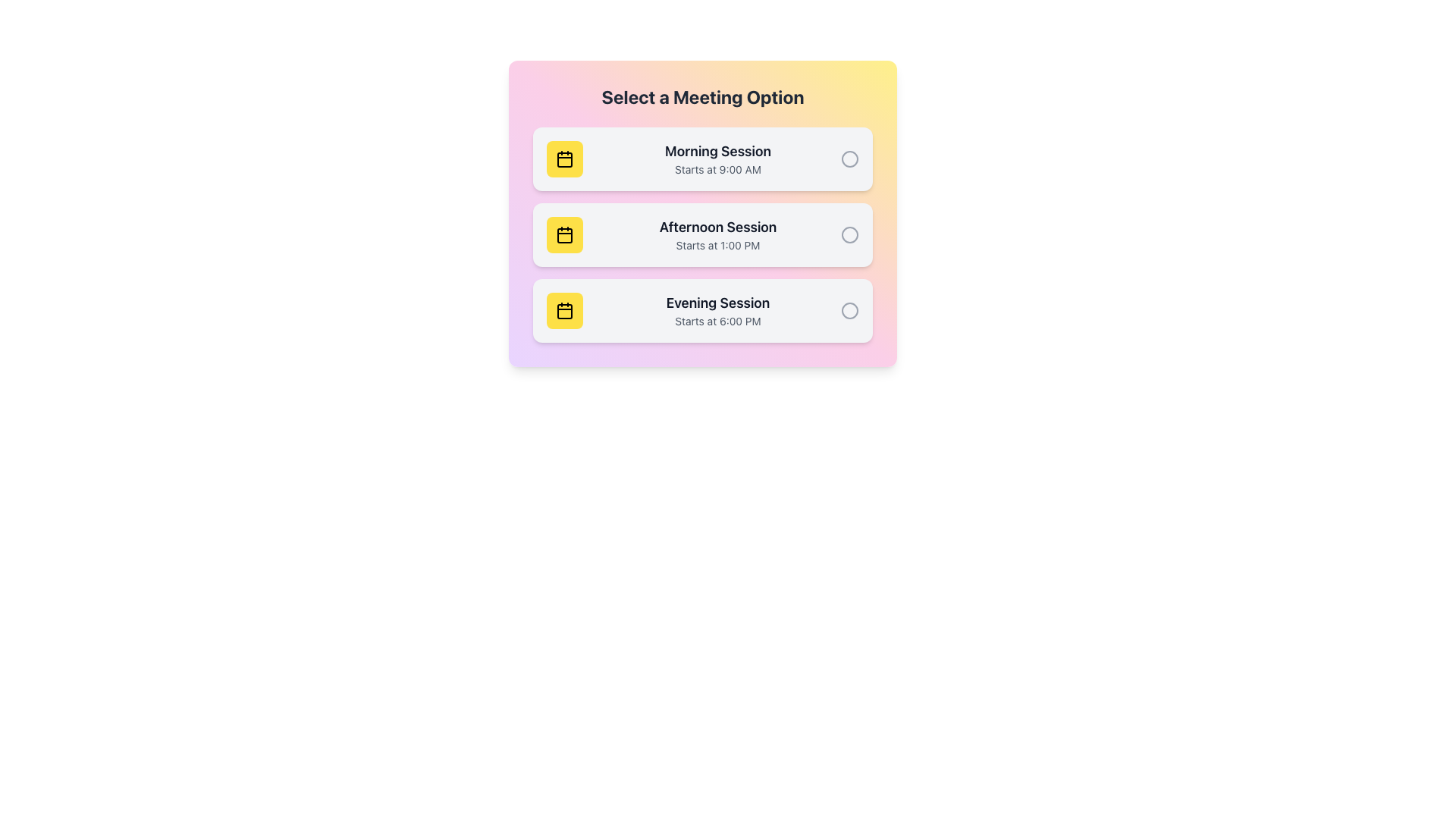  I want to click on text content of the text label that says 'Starts at 1:00 PM', which is located under the header 'Afternoon Session' in the second option block of the vertical list titled 'Select a Meeting Option', so click(717, 245).